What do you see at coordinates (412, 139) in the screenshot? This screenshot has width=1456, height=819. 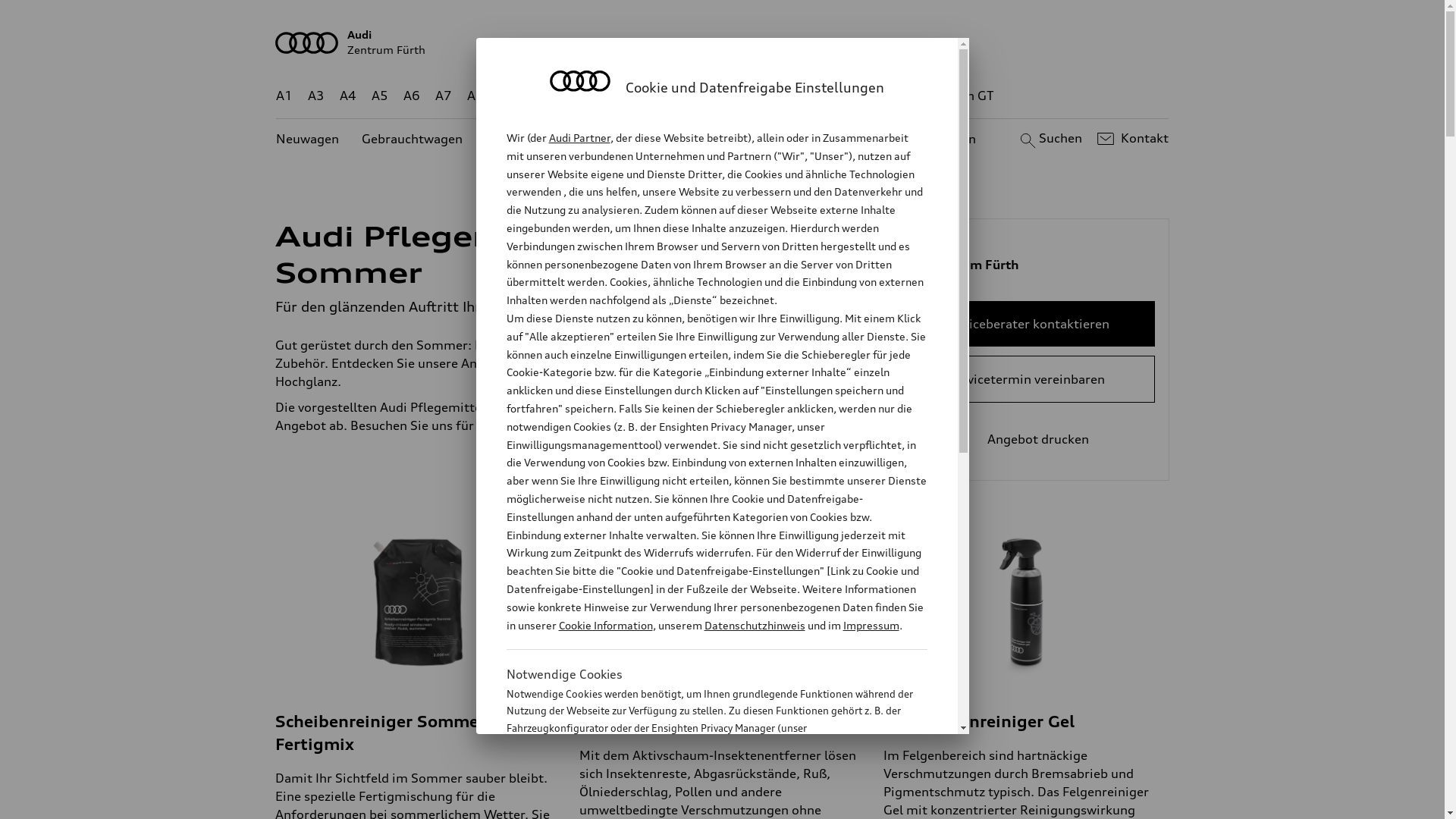 I see `'Gebrauchtwagen'` at bounding box center [412, 139].